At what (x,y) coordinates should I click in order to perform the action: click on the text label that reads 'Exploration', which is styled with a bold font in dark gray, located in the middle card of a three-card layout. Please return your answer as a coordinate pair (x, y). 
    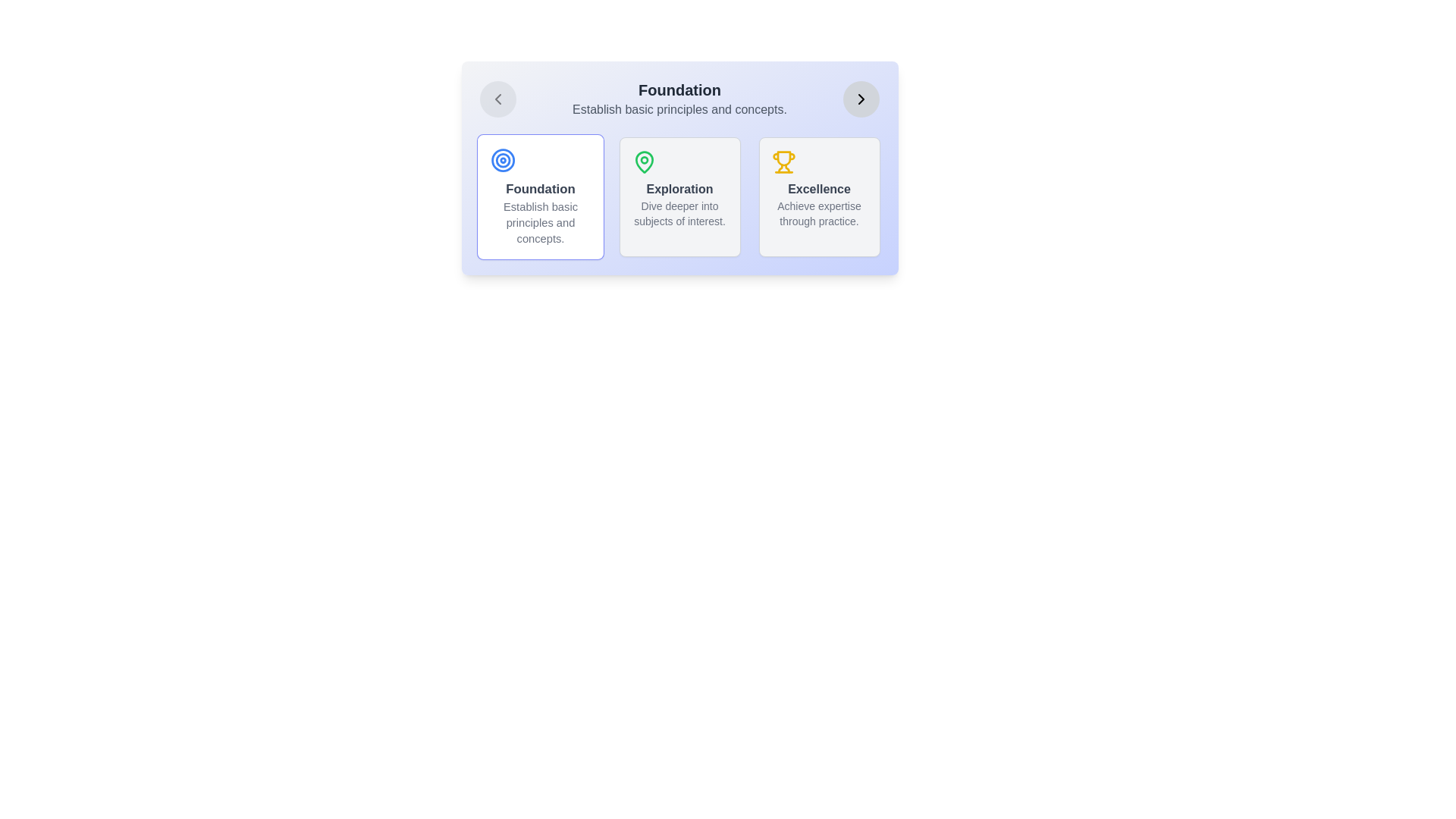
    Looking at the image, I should click on (679, 189).